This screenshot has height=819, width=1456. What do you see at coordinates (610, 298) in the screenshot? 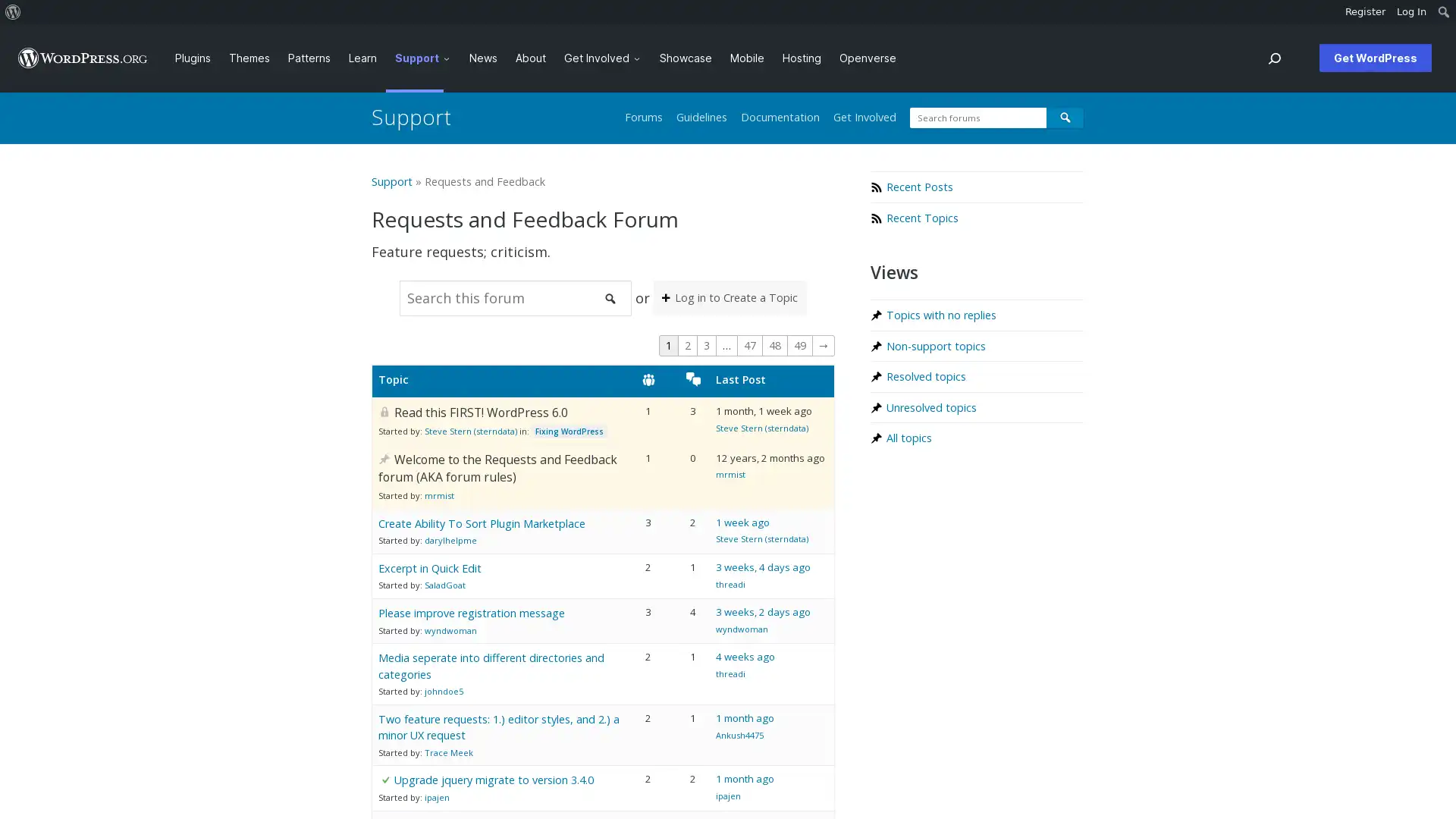
I see `Search forums` at bounding box center [610, 298].